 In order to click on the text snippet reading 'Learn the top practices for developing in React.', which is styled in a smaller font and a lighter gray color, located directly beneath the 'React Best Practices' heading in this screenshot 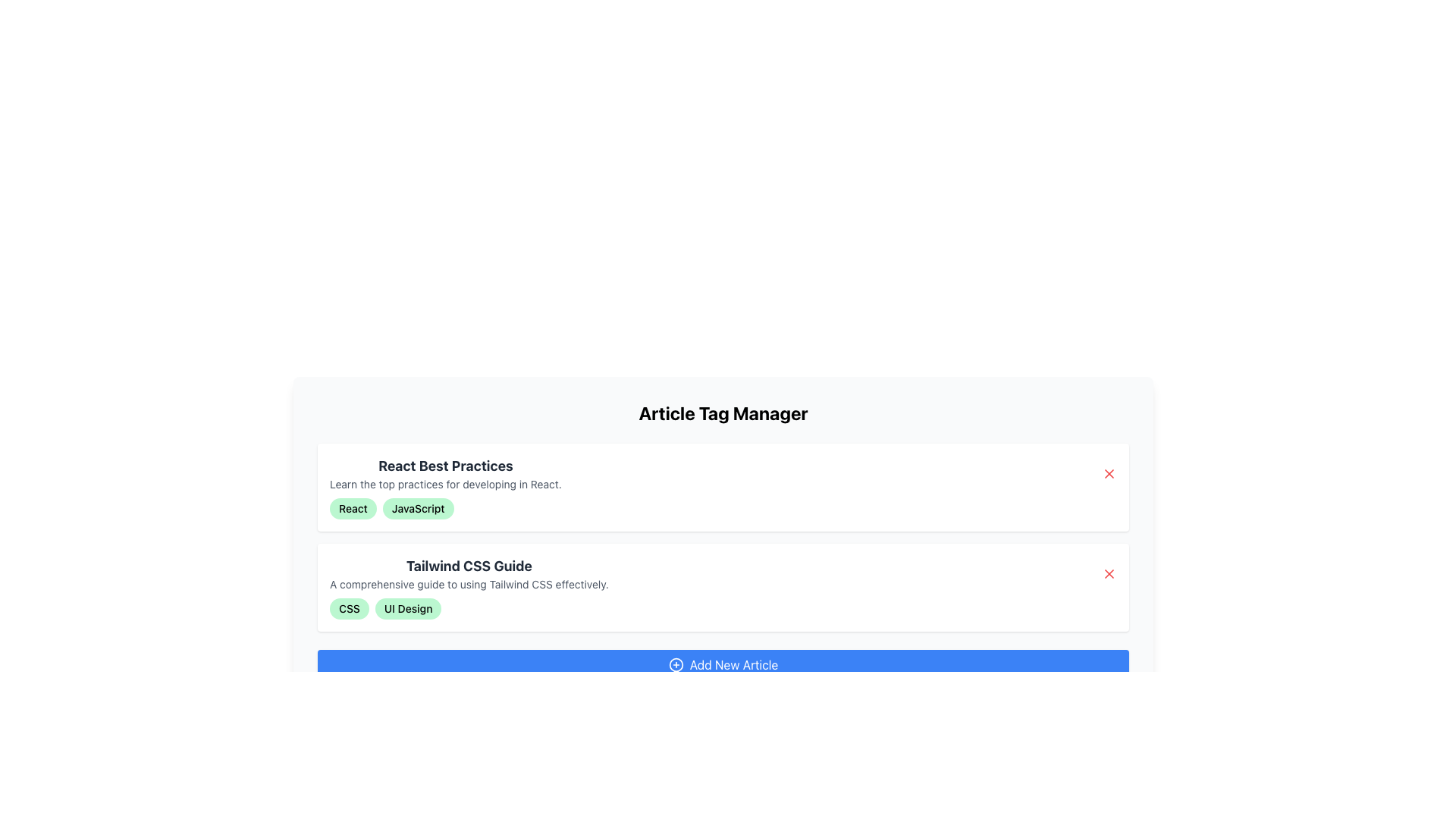, I will do `click(444, 485)`.